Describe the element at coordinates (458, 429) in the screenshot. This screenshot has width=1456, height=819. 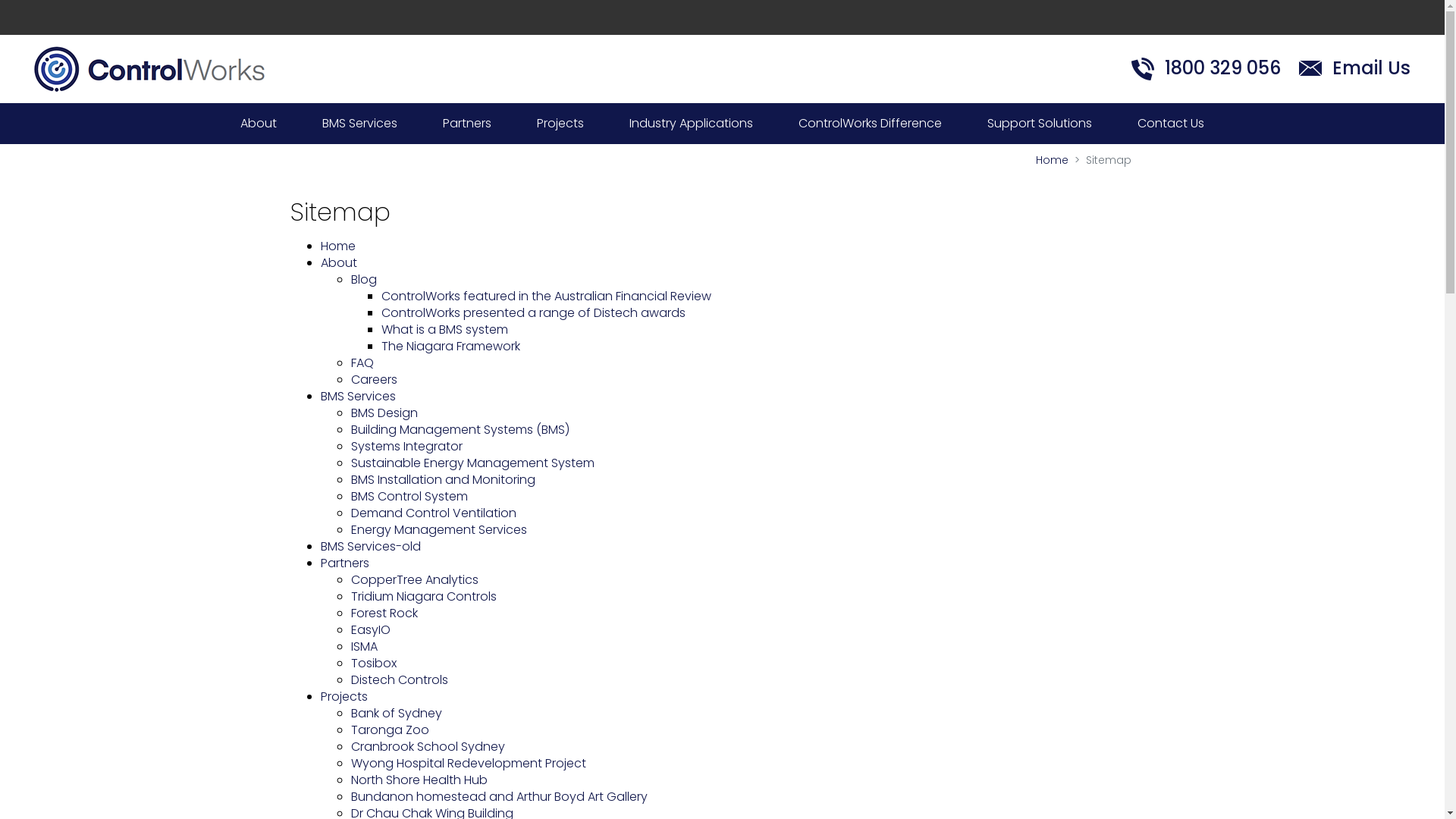
I see `'Building Management Systems (BMS)'` at that location.